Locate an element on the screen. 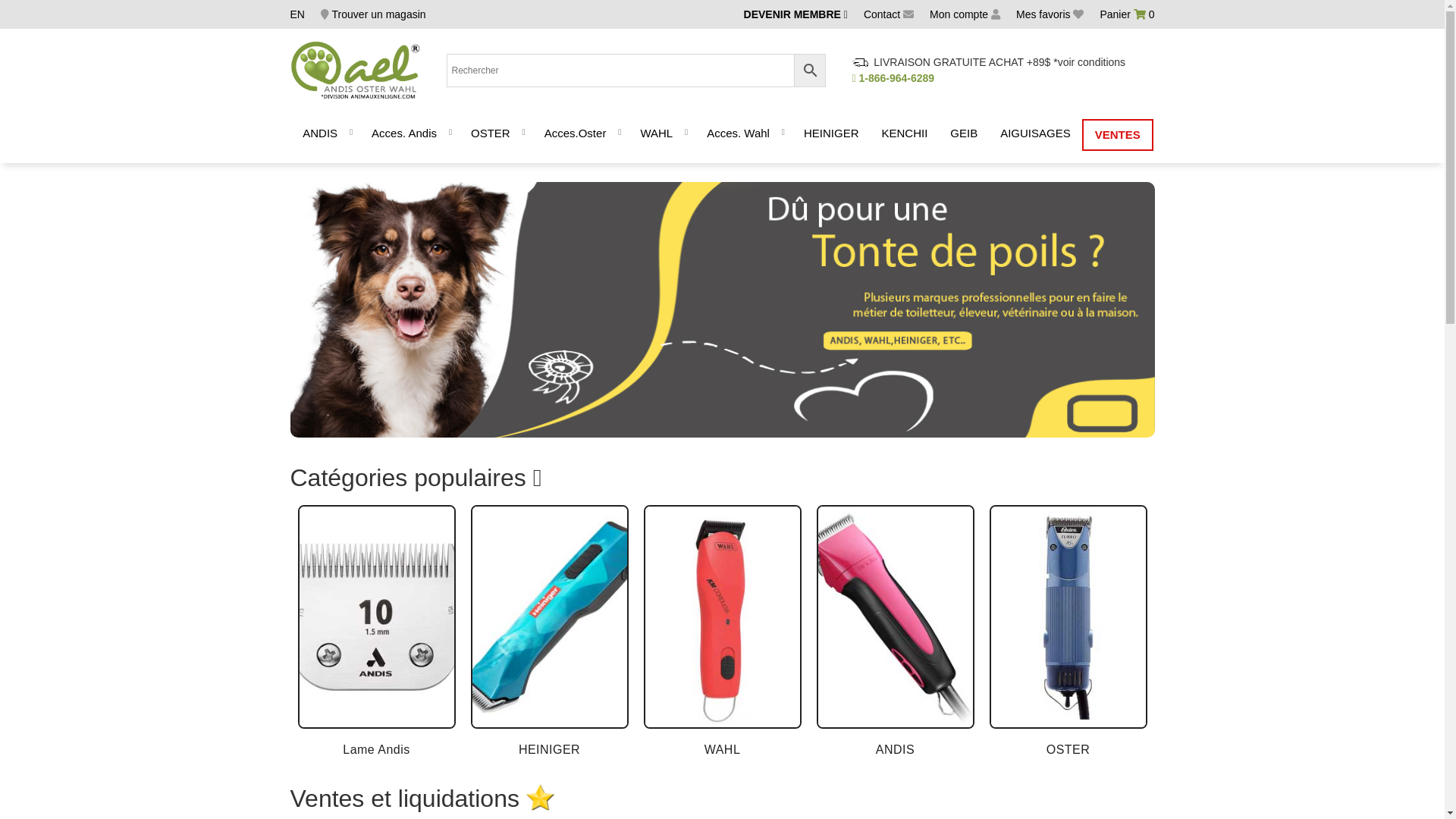 Image resolution: width=1456 pixels, height=819 pixels. 'AIGUISAGES' is located at coordinates (1034, 133).